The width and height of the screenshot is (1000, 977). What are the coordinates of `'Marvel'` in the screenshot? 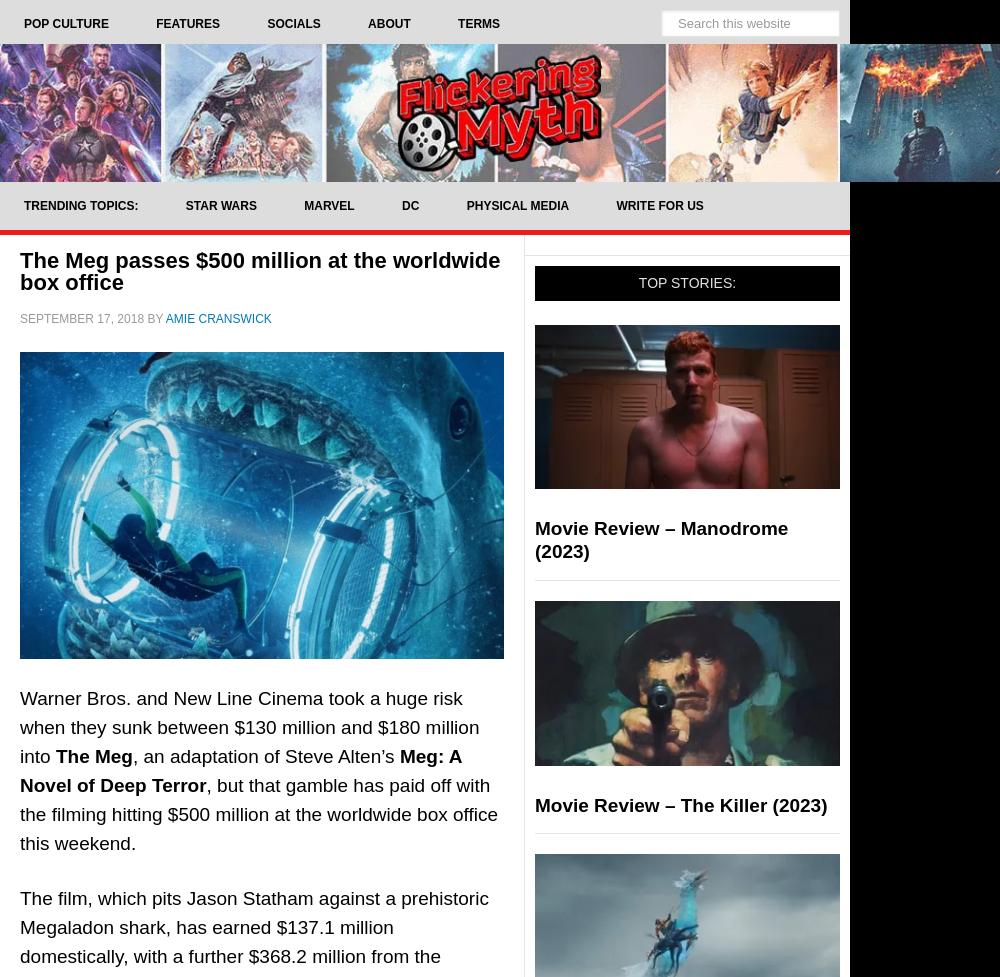 It's located at (328, 204).